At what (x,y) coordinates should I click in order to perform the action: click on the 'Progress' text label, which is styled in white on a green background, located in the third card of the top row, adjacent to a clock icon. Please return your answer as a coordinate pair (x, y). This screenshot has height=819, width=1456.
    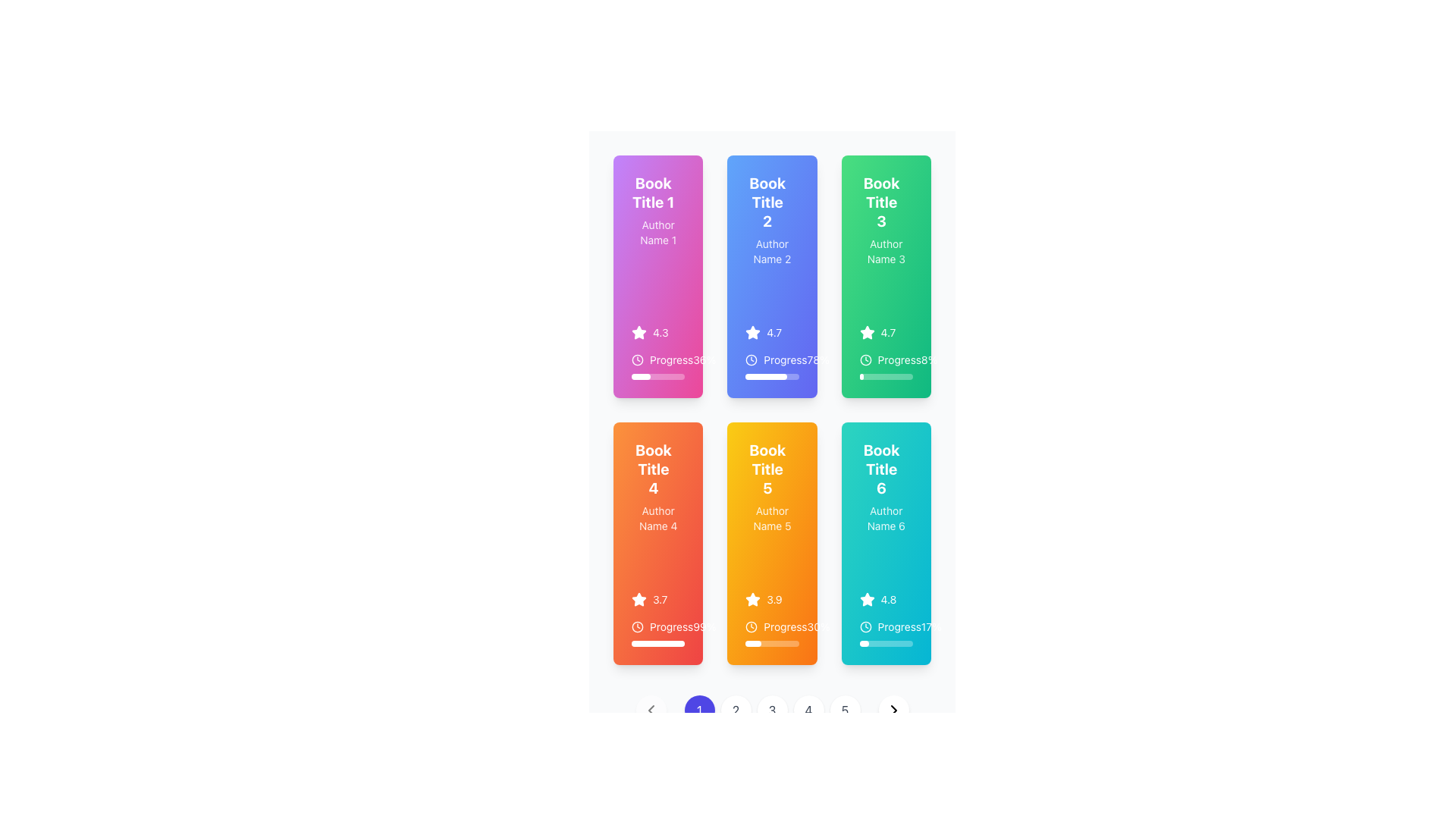
    Looking at the image, I should click on (899, 359).